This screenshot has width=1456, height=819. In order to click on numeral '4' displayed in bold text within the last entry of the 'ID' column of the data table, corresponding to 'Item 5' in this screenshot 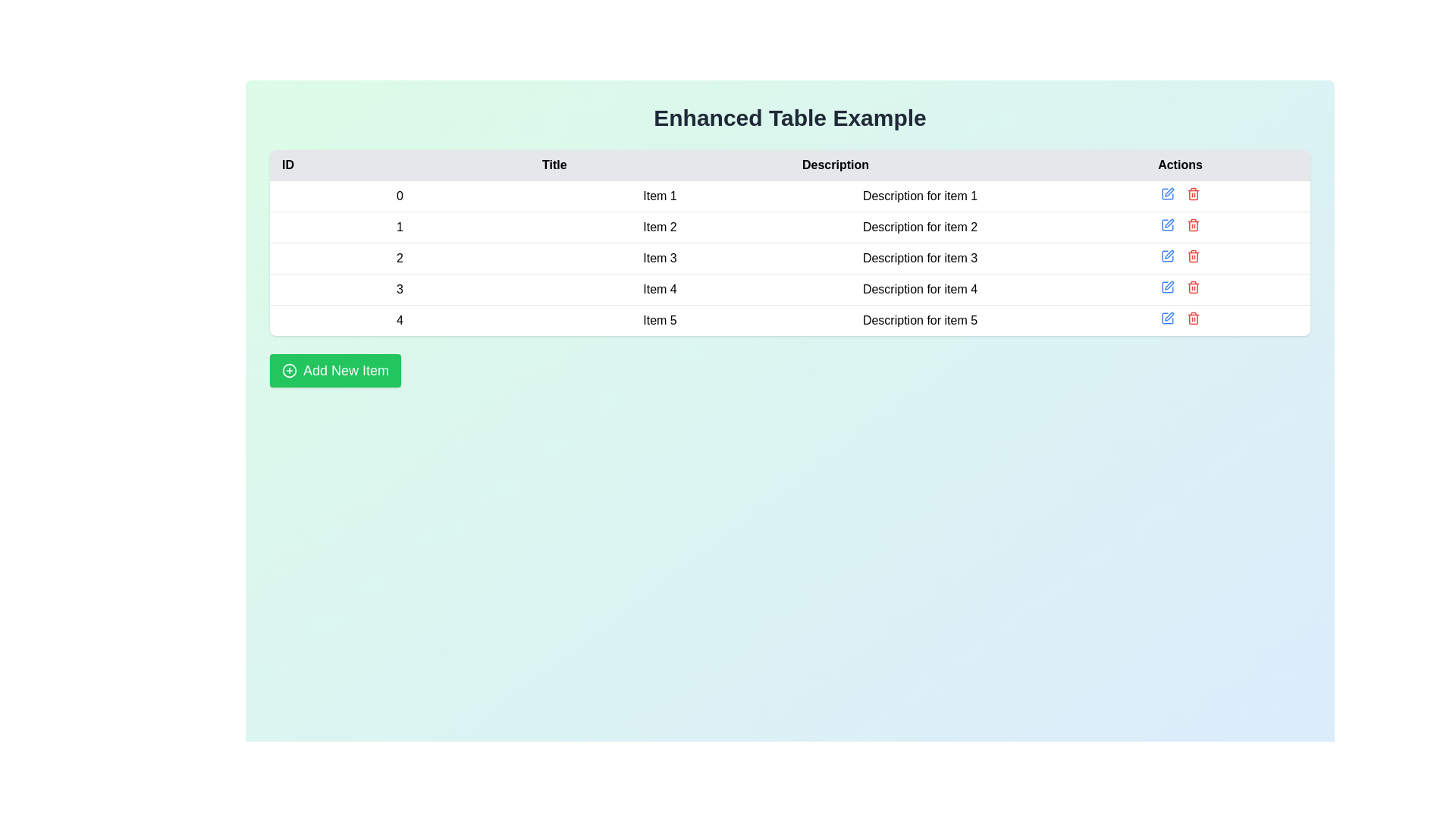, I will do `click(400, 319)`.